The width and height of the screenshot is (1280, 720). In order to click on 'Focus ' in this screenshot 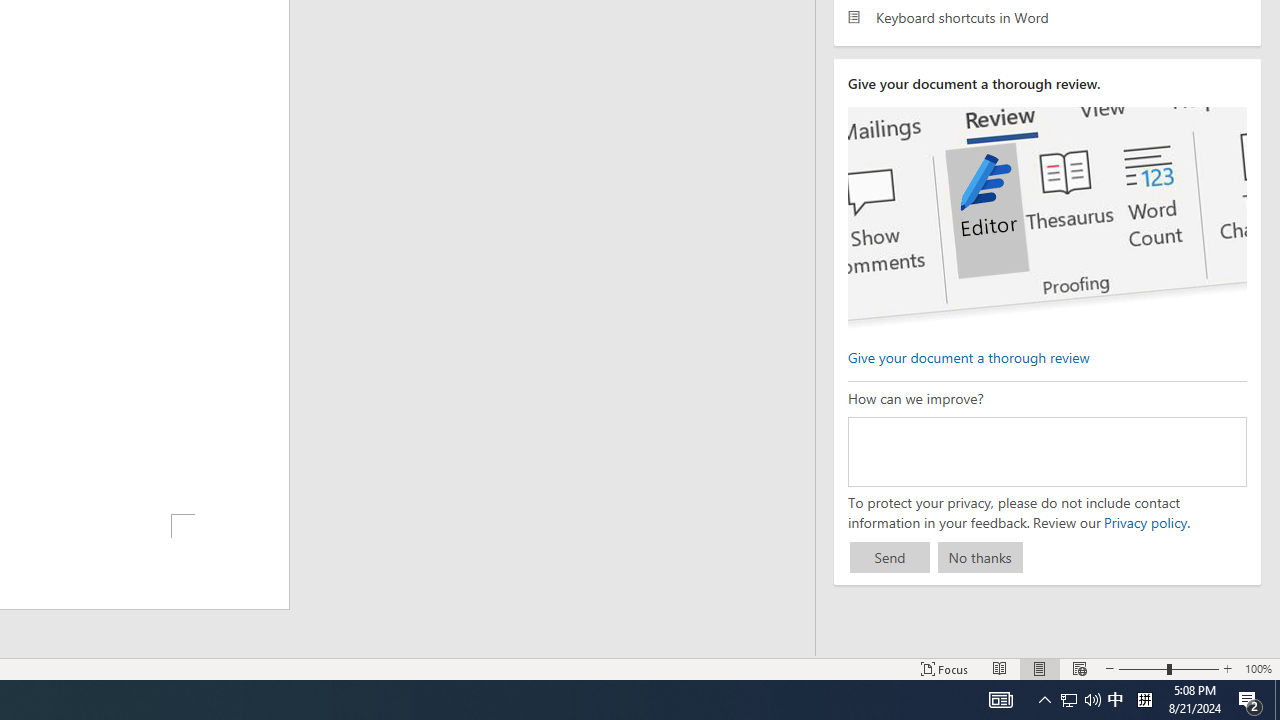, I will do `click(943, 669)`.